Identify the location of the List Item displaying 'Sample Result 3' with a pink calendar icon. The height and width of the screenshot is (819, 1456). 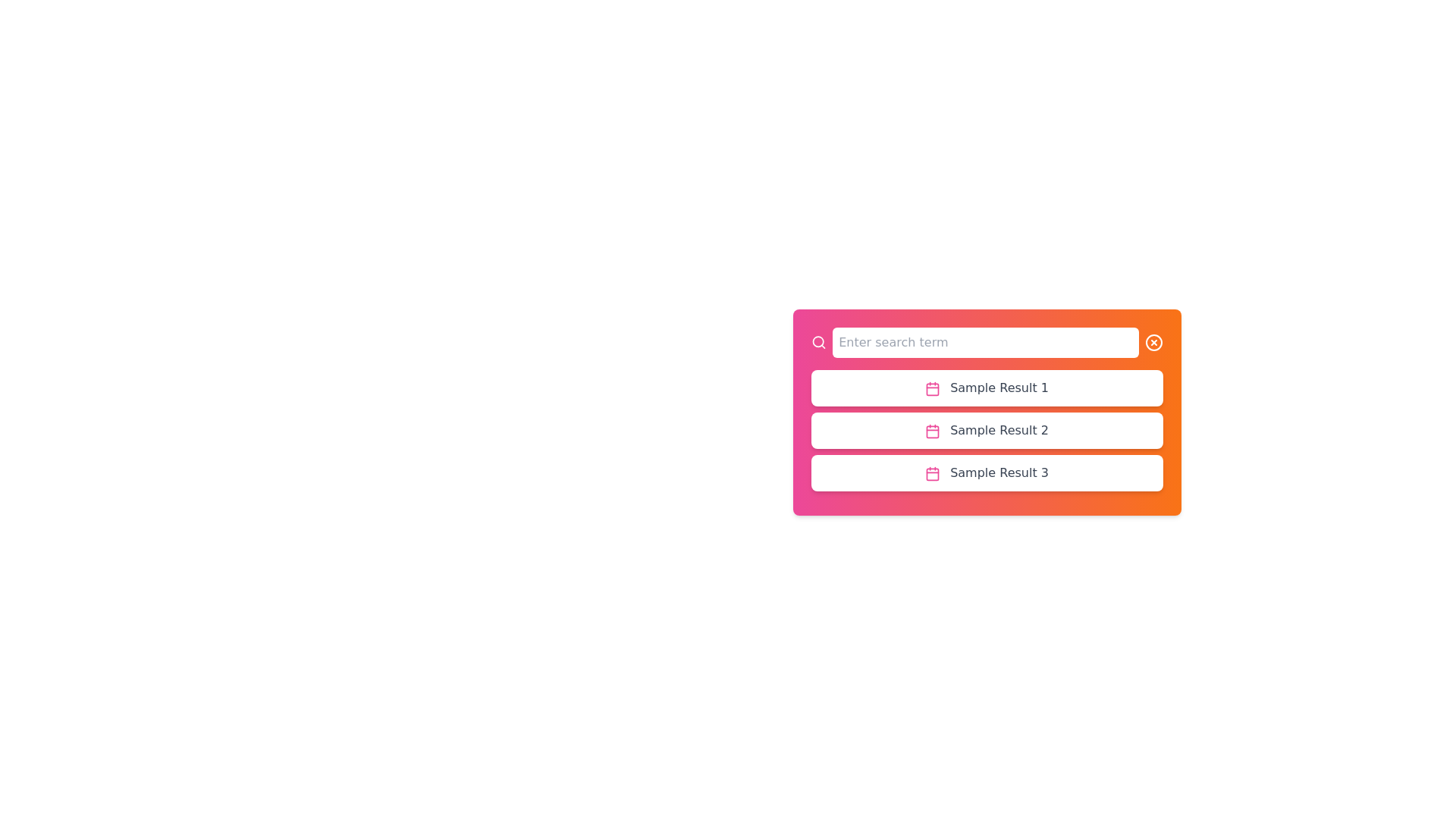
(987, 472).